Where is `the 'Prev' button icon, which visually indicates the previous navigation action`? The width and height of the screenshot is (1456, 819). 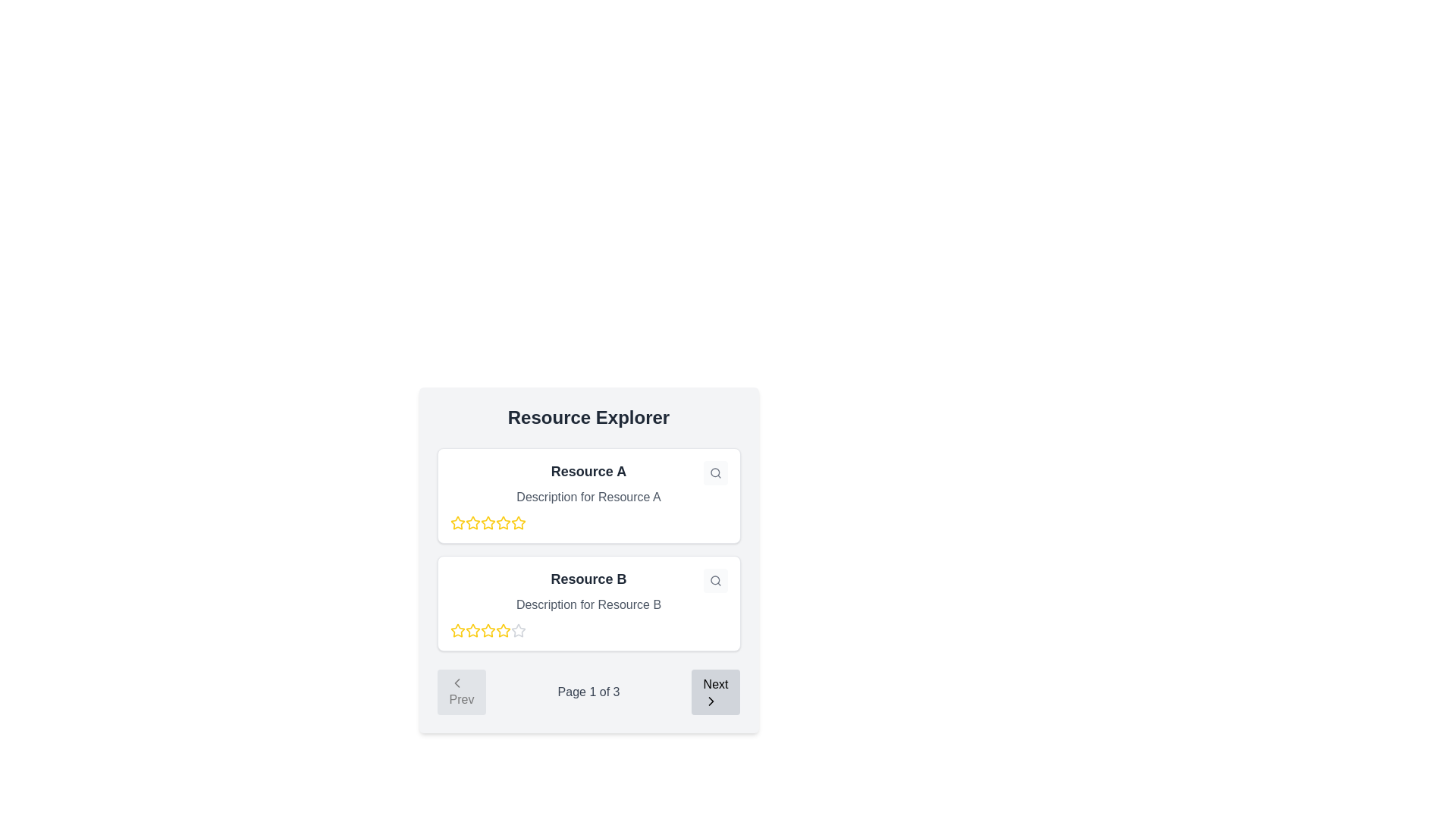 the 'Prev' button icon, which visually indicates the previous navigation action is located at coordinates (456, 683).